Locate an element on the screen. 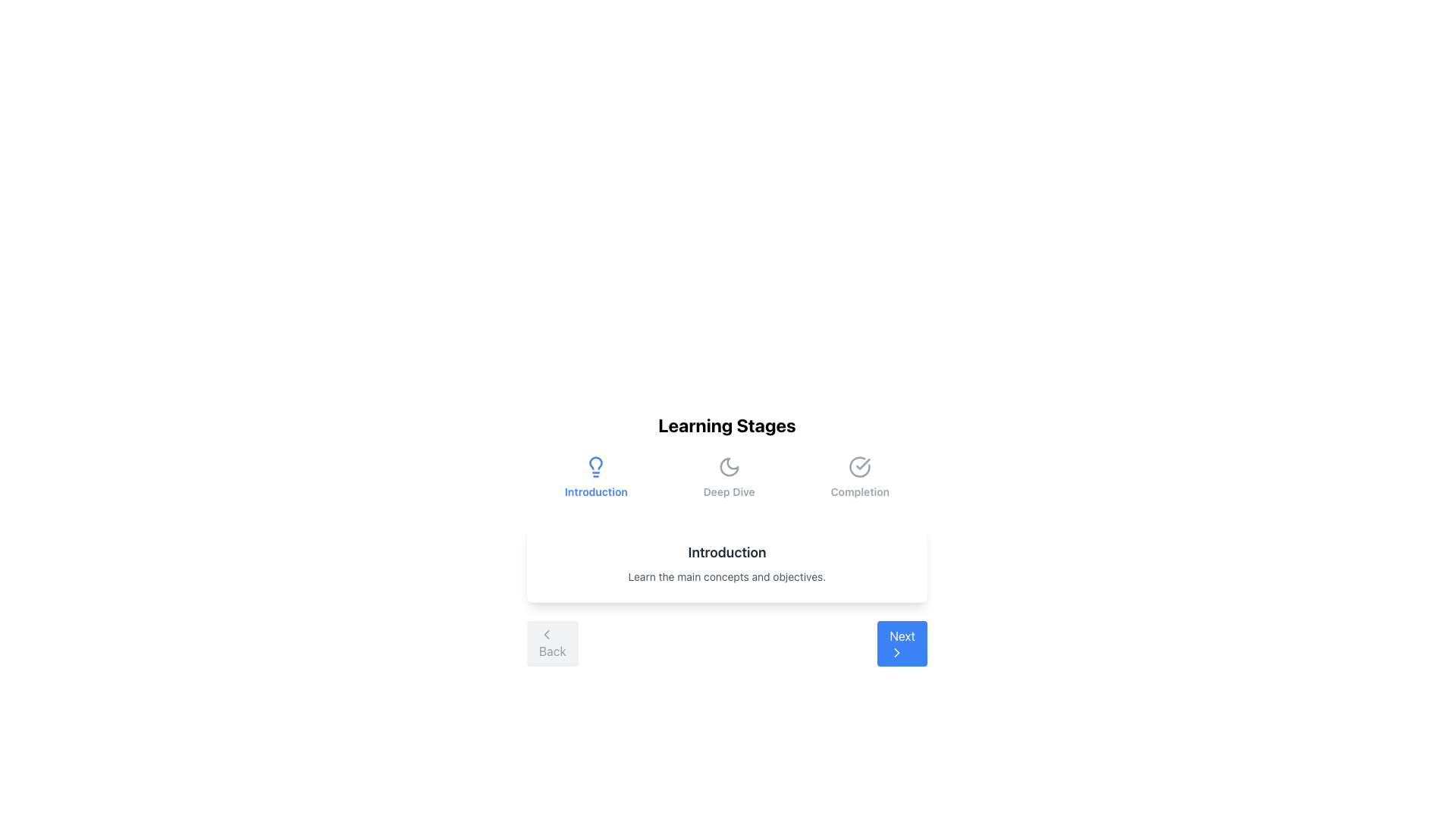 This screenshot has width=1456, height=819. the forward navigation icon located within the 'Next' button in the bottom-right section of the interface is located at coordinates (897, 651).